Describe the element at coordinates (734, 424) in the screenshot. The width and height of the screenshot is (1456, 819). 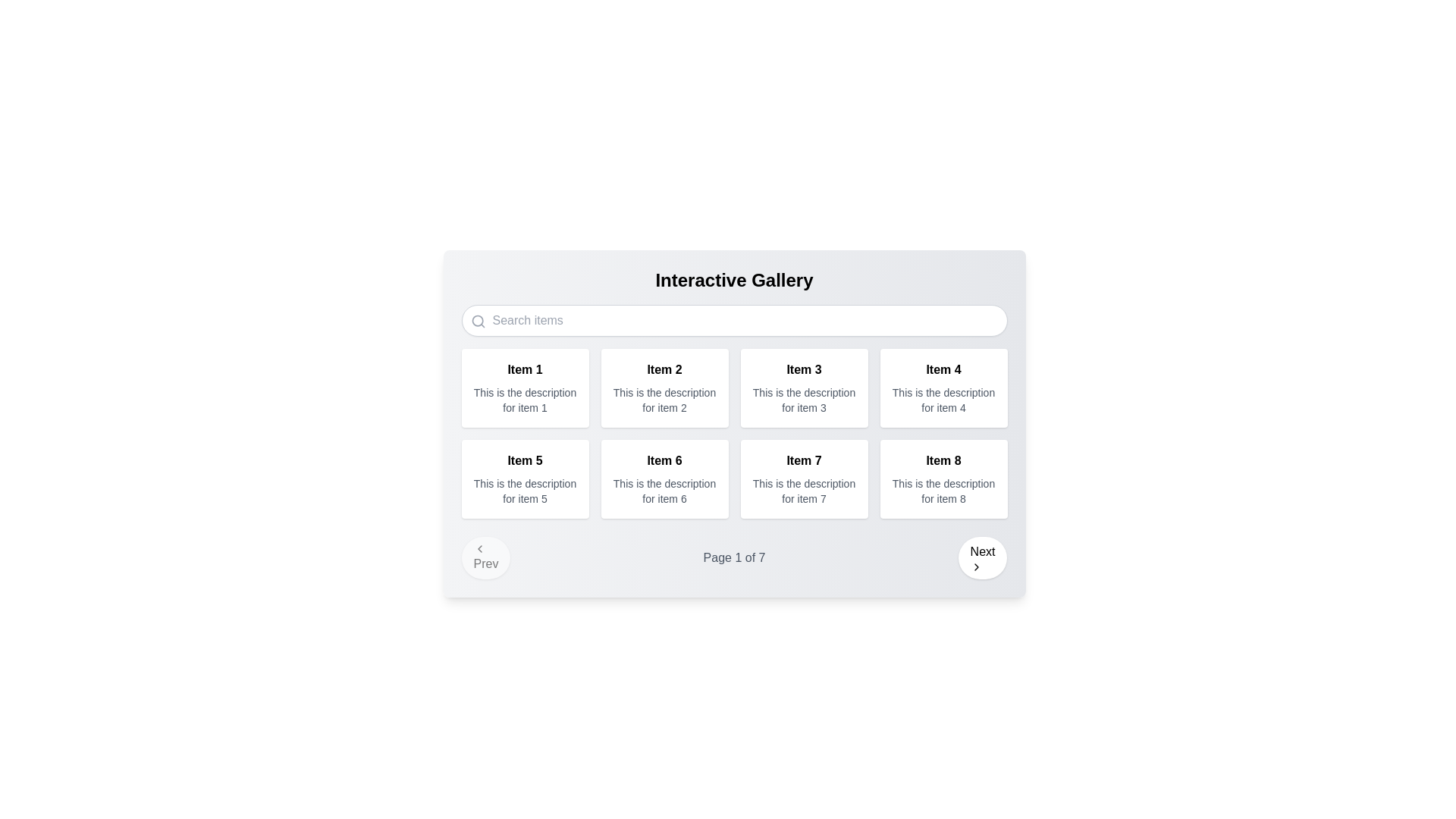
I see `to select the second card in the 'Interactive Gallery' that provides information about 'Item 2'` at that location.